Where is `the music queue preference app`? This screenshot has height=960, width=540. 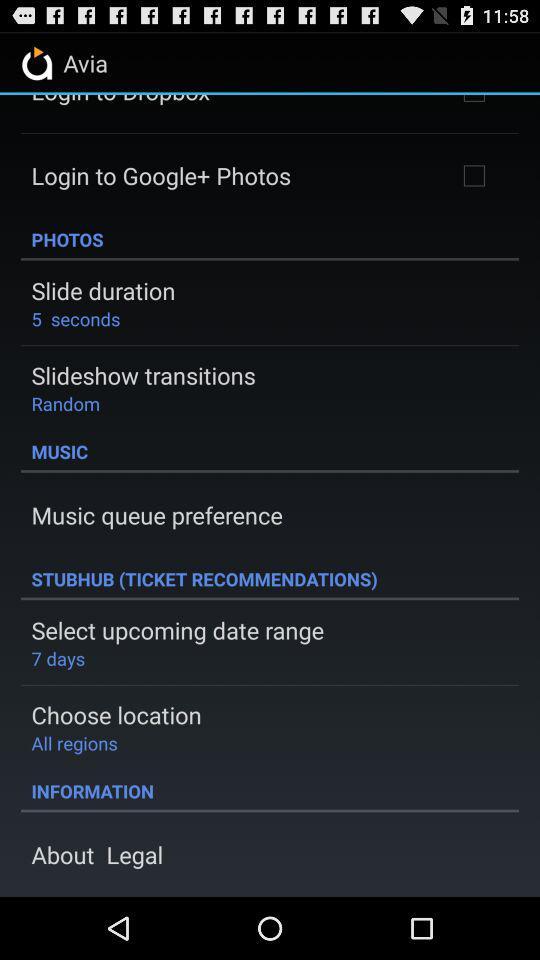
the music queue preference app is located at coordinates (156, 514).